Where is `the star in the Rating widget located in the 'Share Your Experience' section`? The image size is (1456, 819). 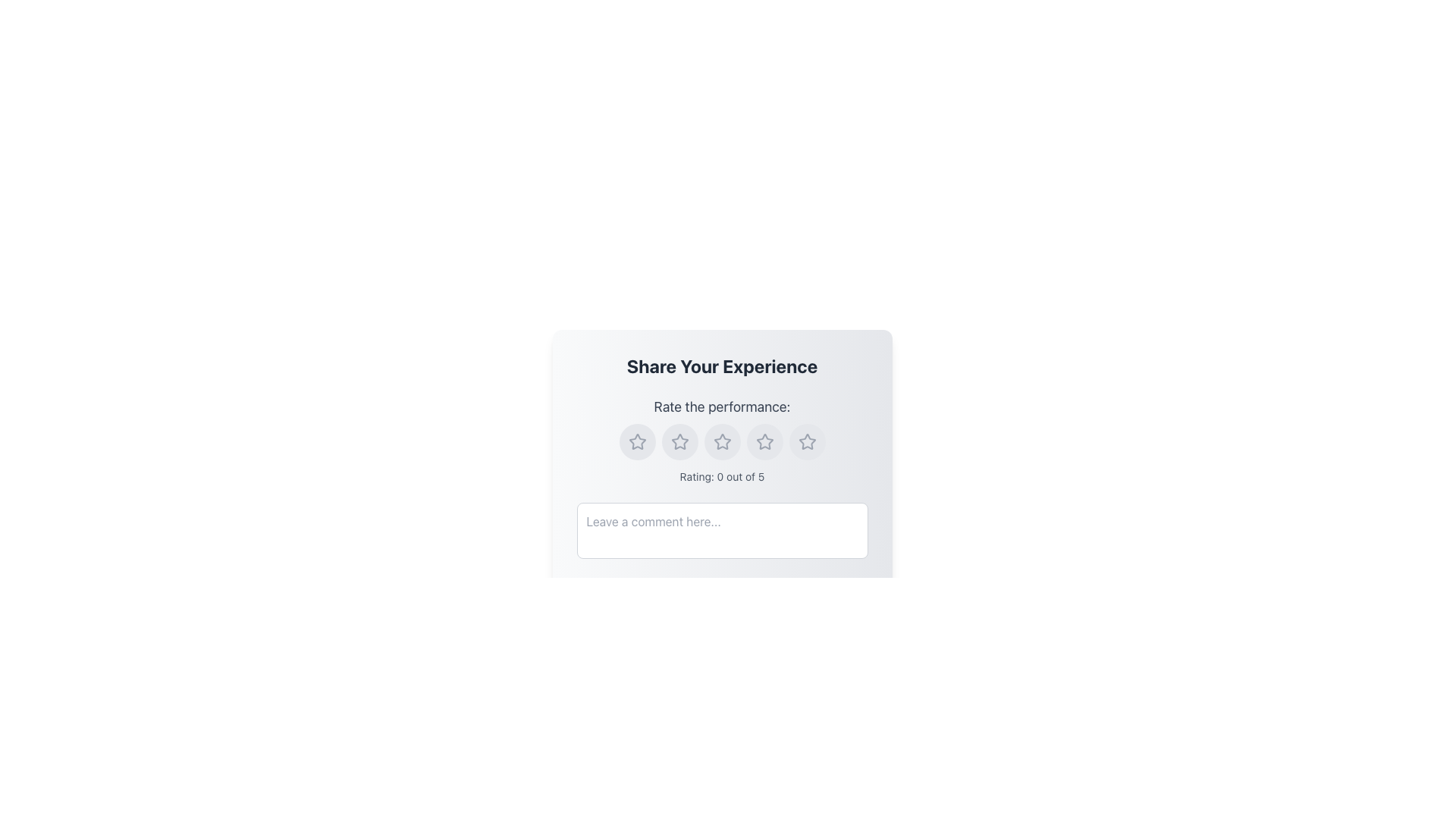
the star in the Rating widget located in the 'Share Your Experience' section is located at coordinates (721, 441).